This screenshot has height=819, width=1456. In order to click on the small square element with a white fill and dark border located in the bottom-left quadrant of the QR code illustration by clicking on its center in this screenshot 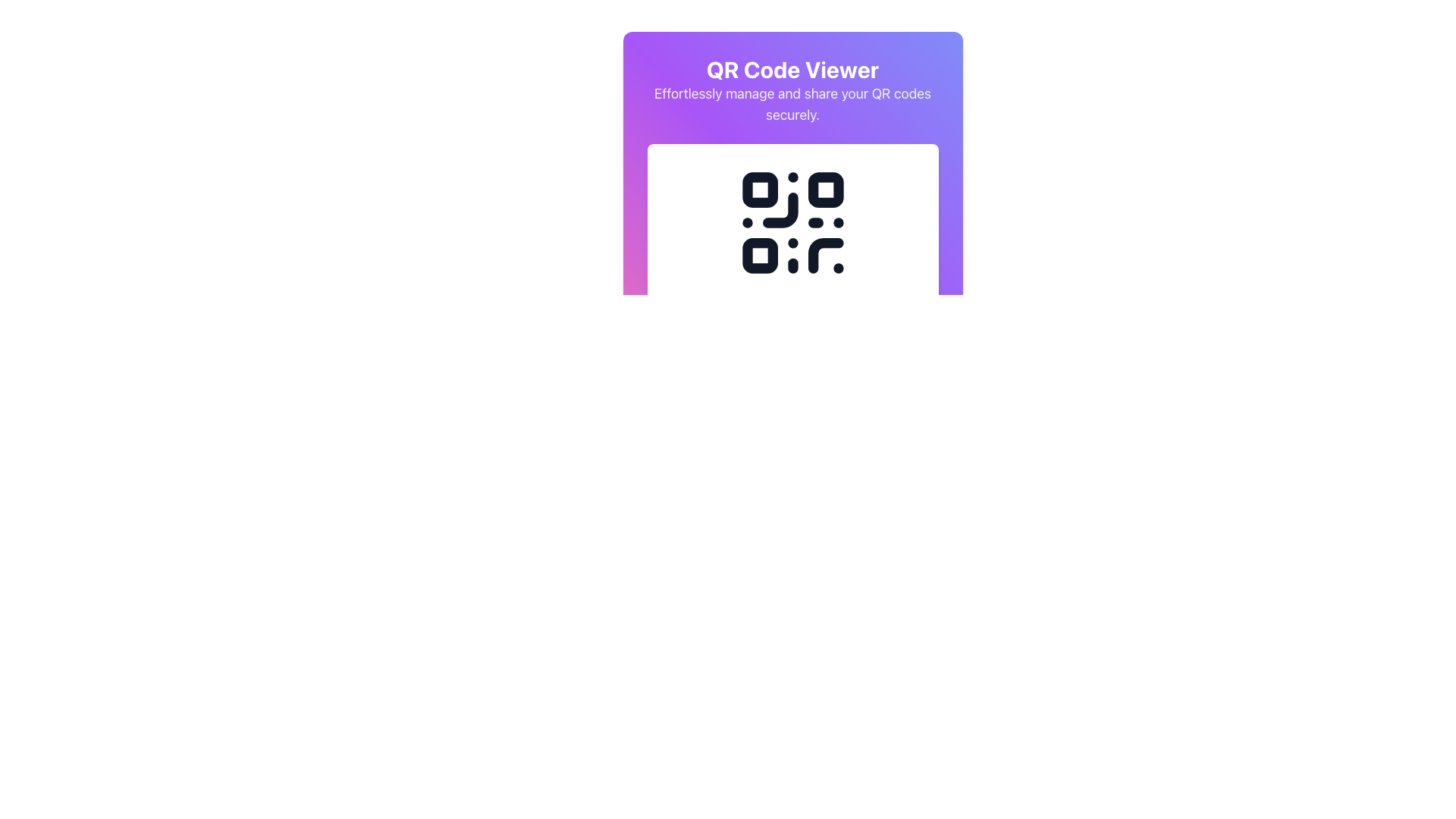, I will do `click(760, 255)`.